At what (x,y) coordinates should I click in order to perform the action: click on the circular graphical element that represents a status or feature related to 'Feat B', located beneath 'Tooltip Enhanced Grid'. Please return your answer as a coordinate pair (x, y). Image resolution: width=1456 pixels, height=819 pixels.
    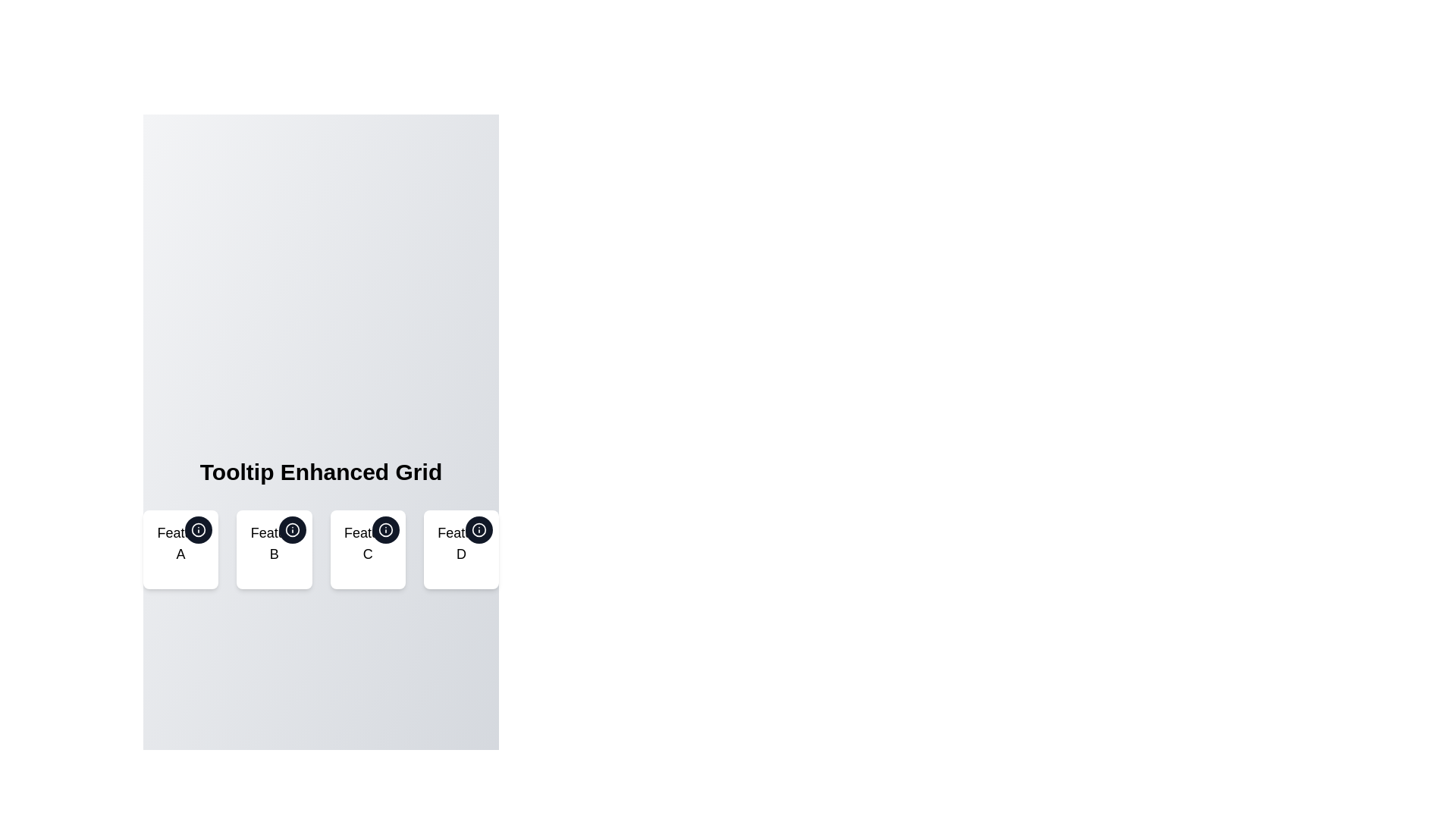
    Looking at the image, I should click on (292, 529).